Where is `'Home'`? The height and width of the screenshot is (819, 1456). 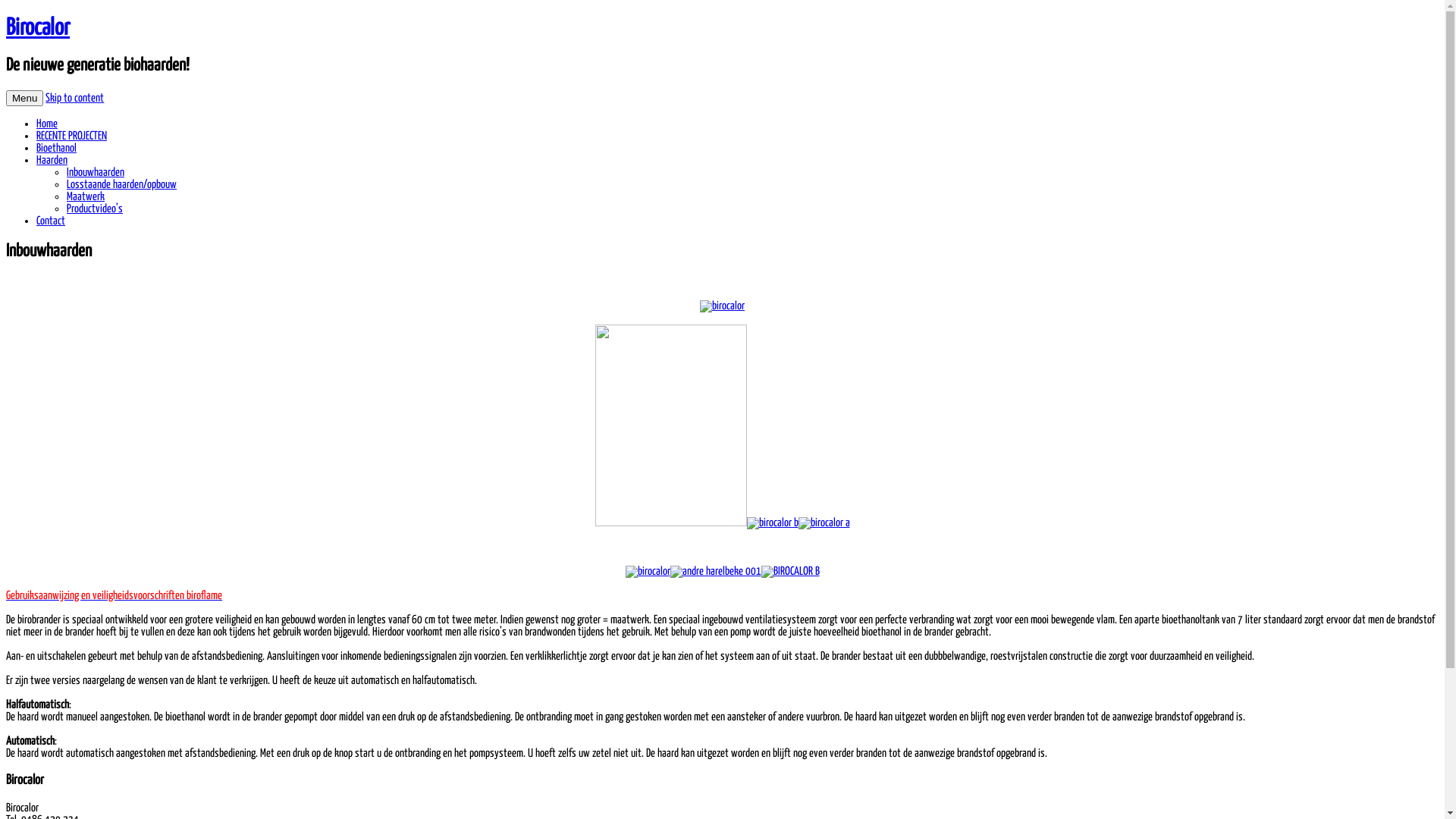
'Home' is located at coordinates (47, 123).